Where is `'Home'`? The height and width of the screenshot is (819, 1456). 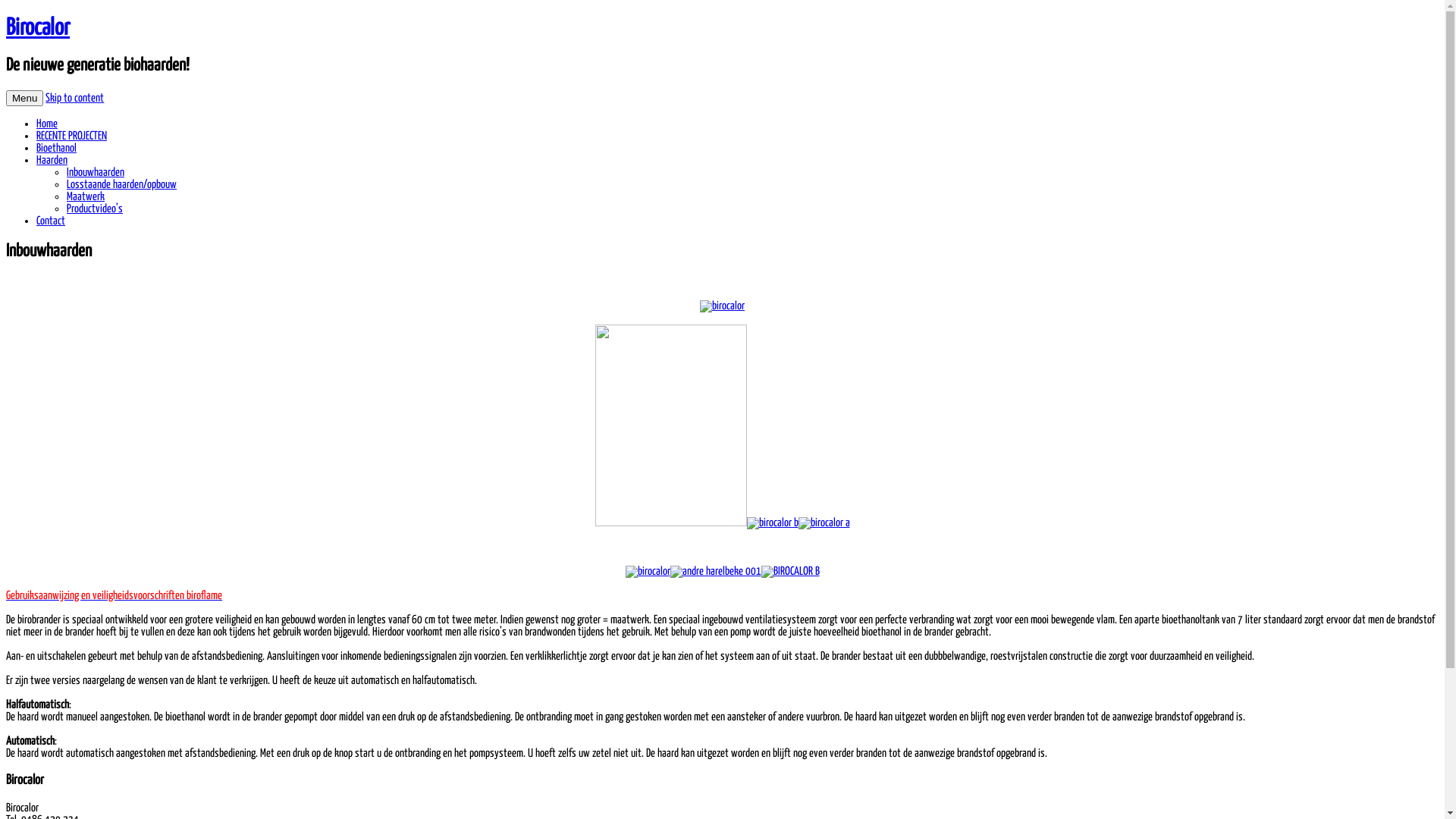
'Home' is located at coordinates (47, 123).